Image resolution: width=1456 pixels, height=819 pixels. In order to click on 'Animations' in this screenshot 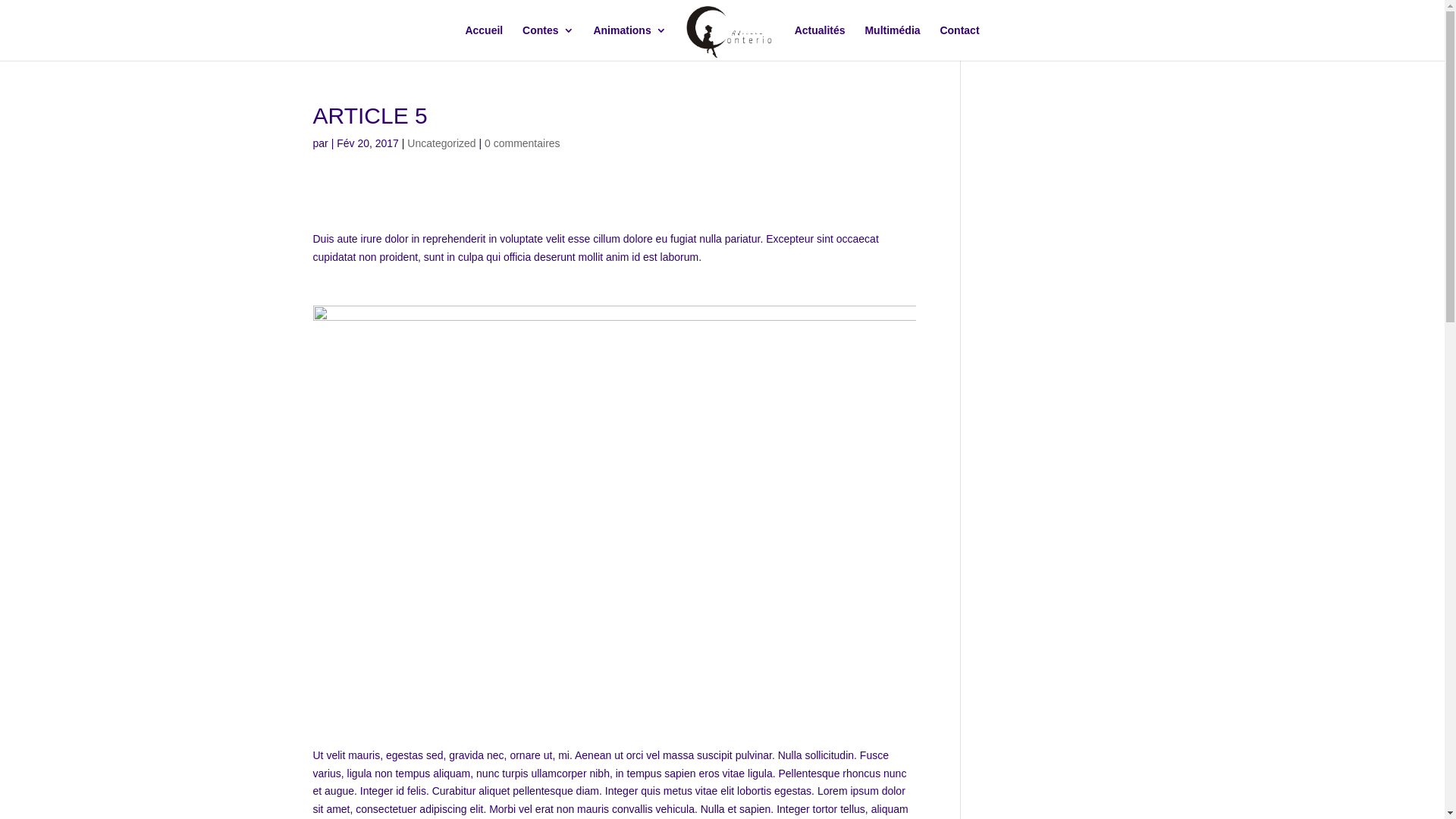, I will do `click(629, 42)`.